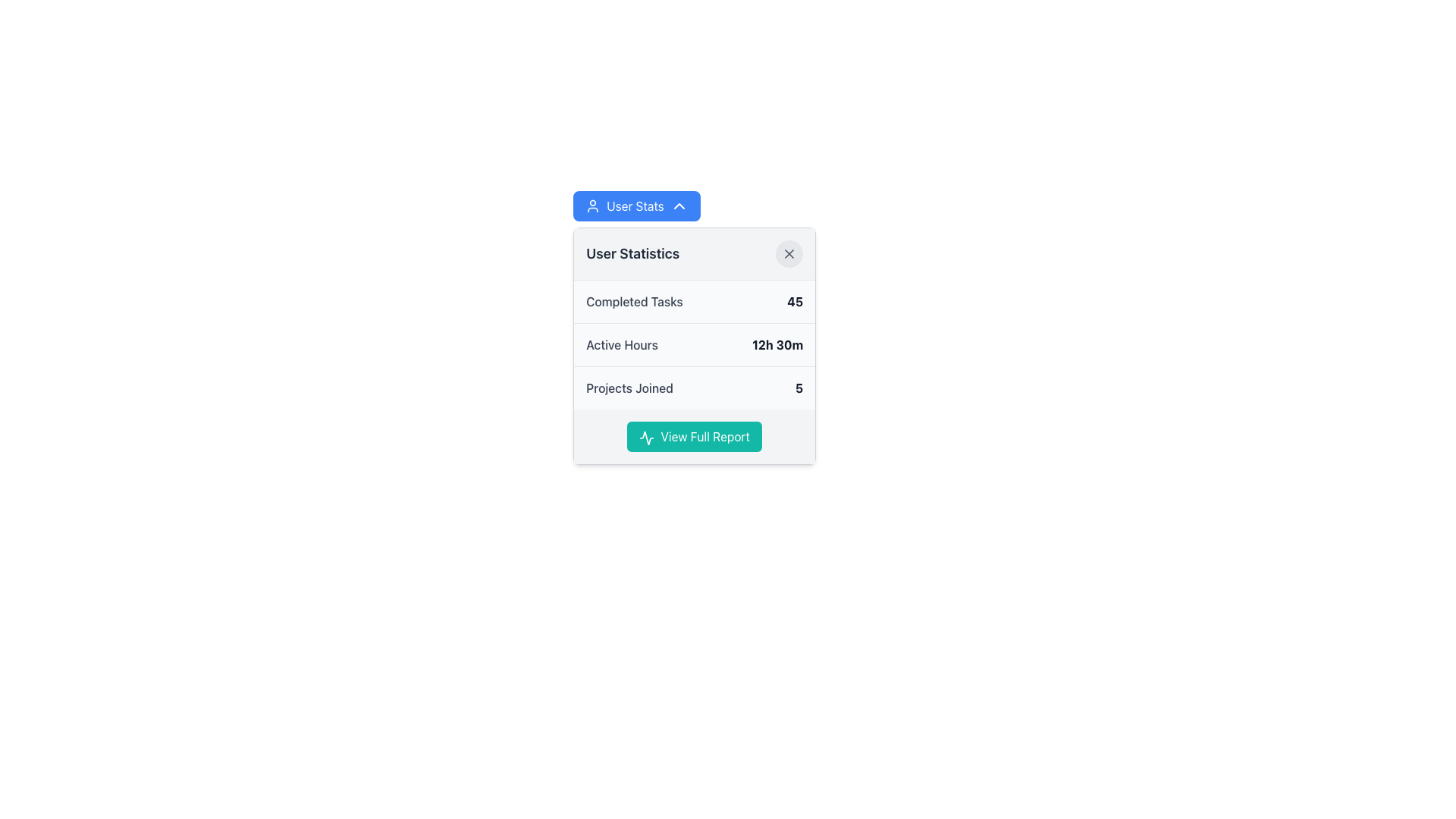  Describe the element at coordinates (777, 345) in the screenshot. I see `the static text element displaying the time duration, which is located to the right of the 'Active Hours' text within the statistics card interface` at that location.